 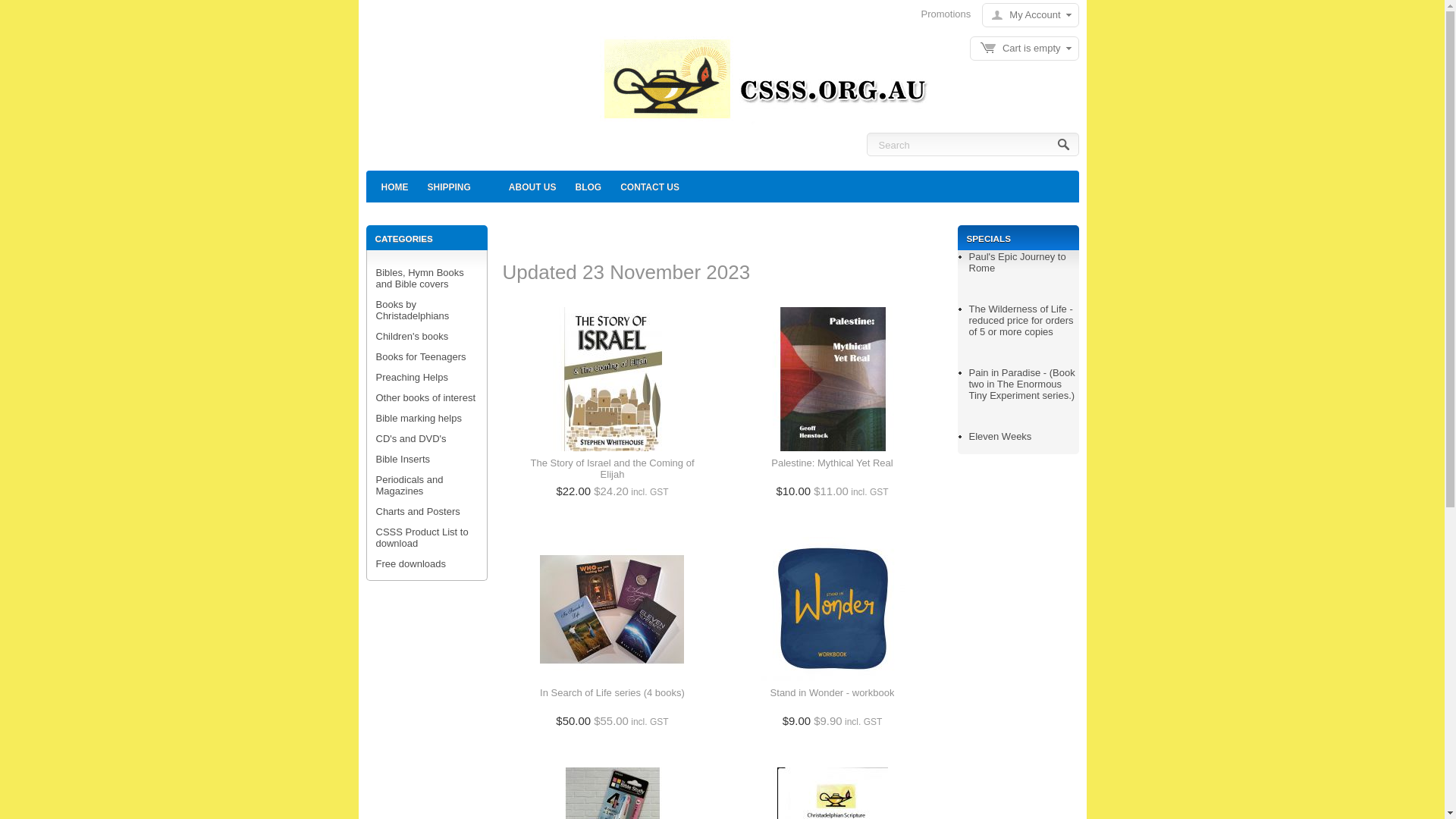 I want to click on 'Bible marking helps', so click(x=375, y=418).